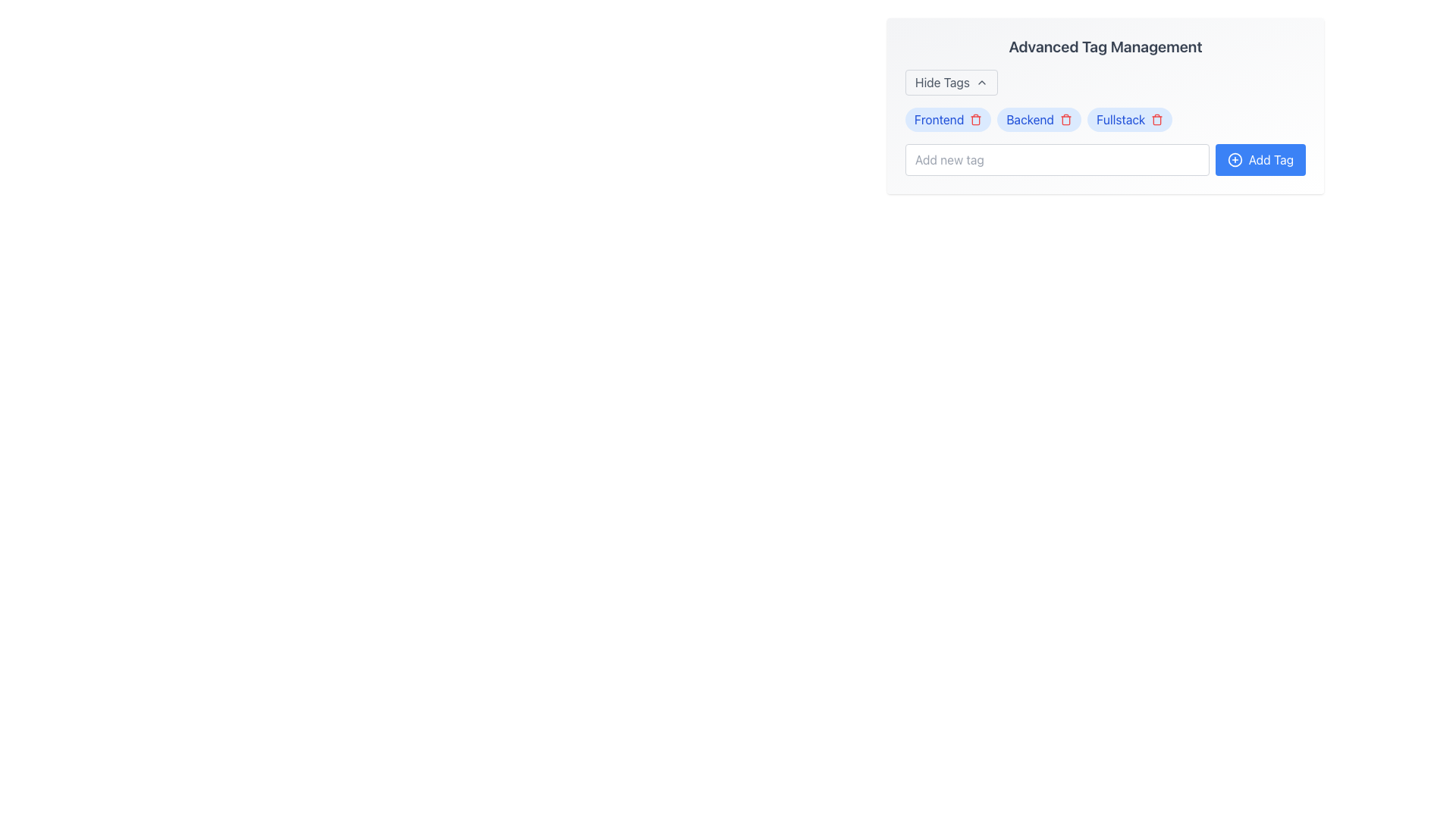 Image resolution: width=1456 pixels, height=819 pixels. What do you see at coordinates (1030, 119) in the screenshot?
I see `the 'Backend' text label, which is styled with a blue font color and is located in the 'Advanced Tag Management' section as the second tag among 'Frontend', 'Backend', and 'Fullstack'` at bounding box center [1030, 119].